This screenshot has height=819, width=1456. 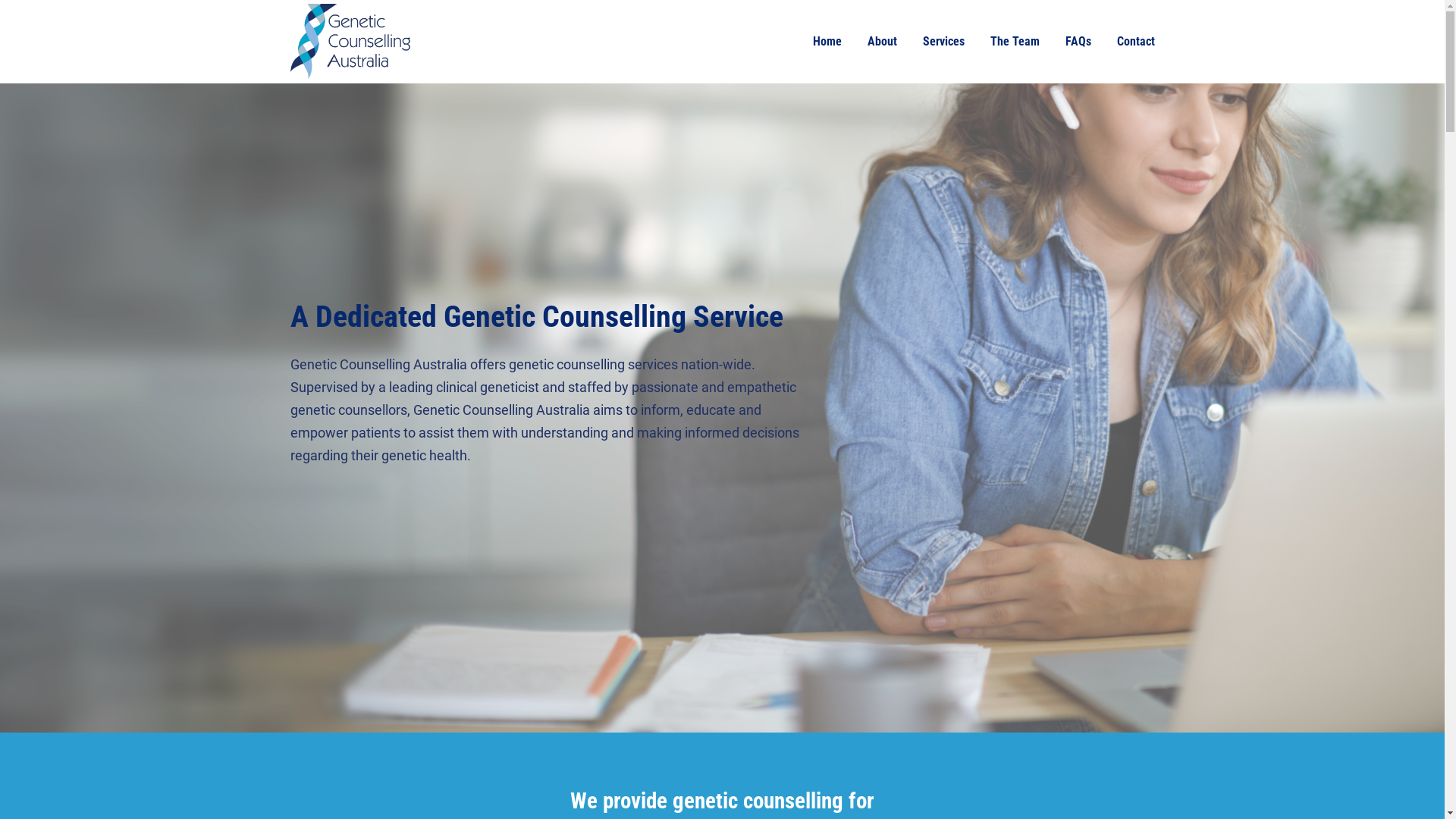 I want to click on 'FAQs', so click(x=1076, y=40).